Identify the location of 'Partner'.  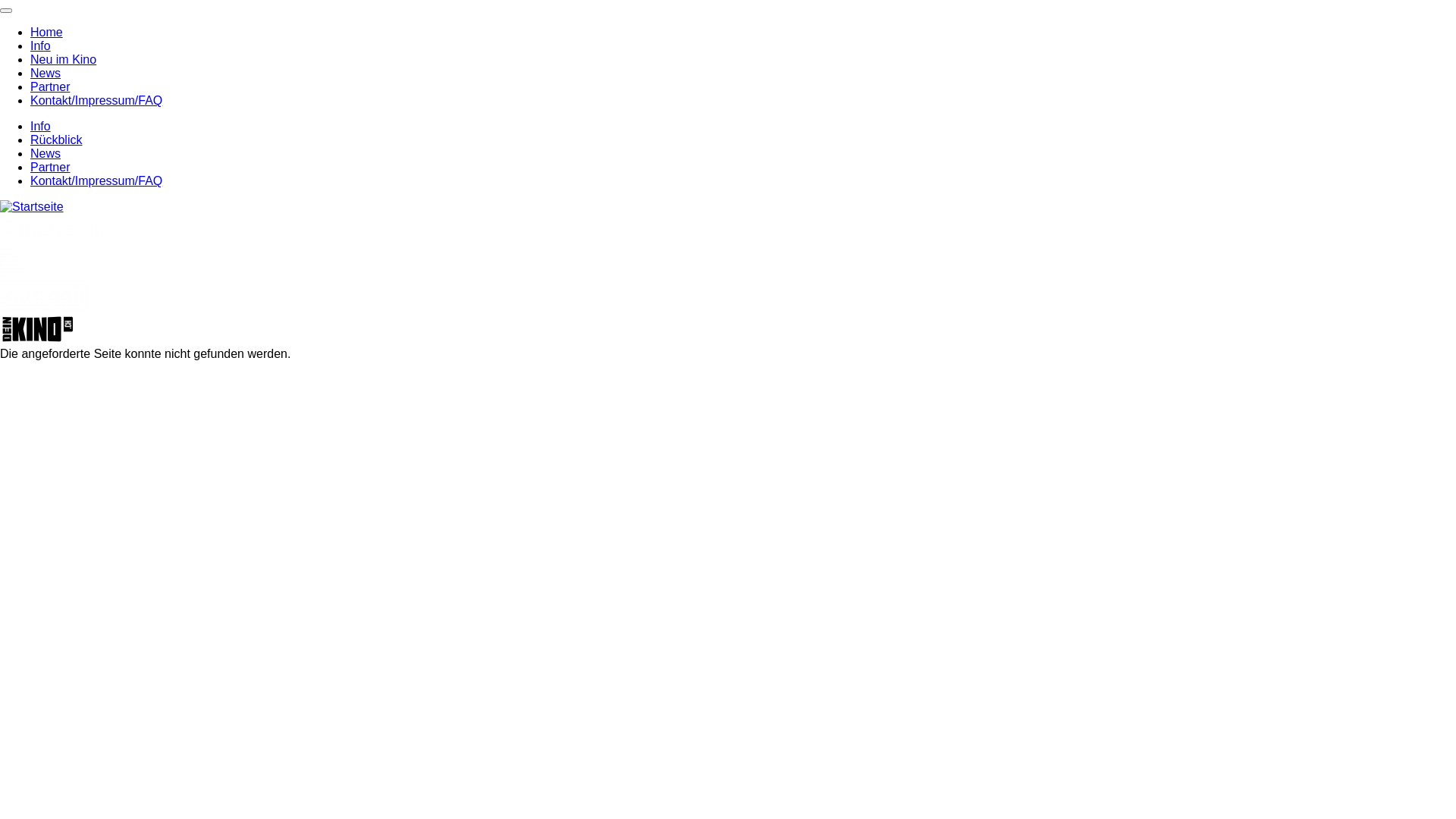
(30, 86).